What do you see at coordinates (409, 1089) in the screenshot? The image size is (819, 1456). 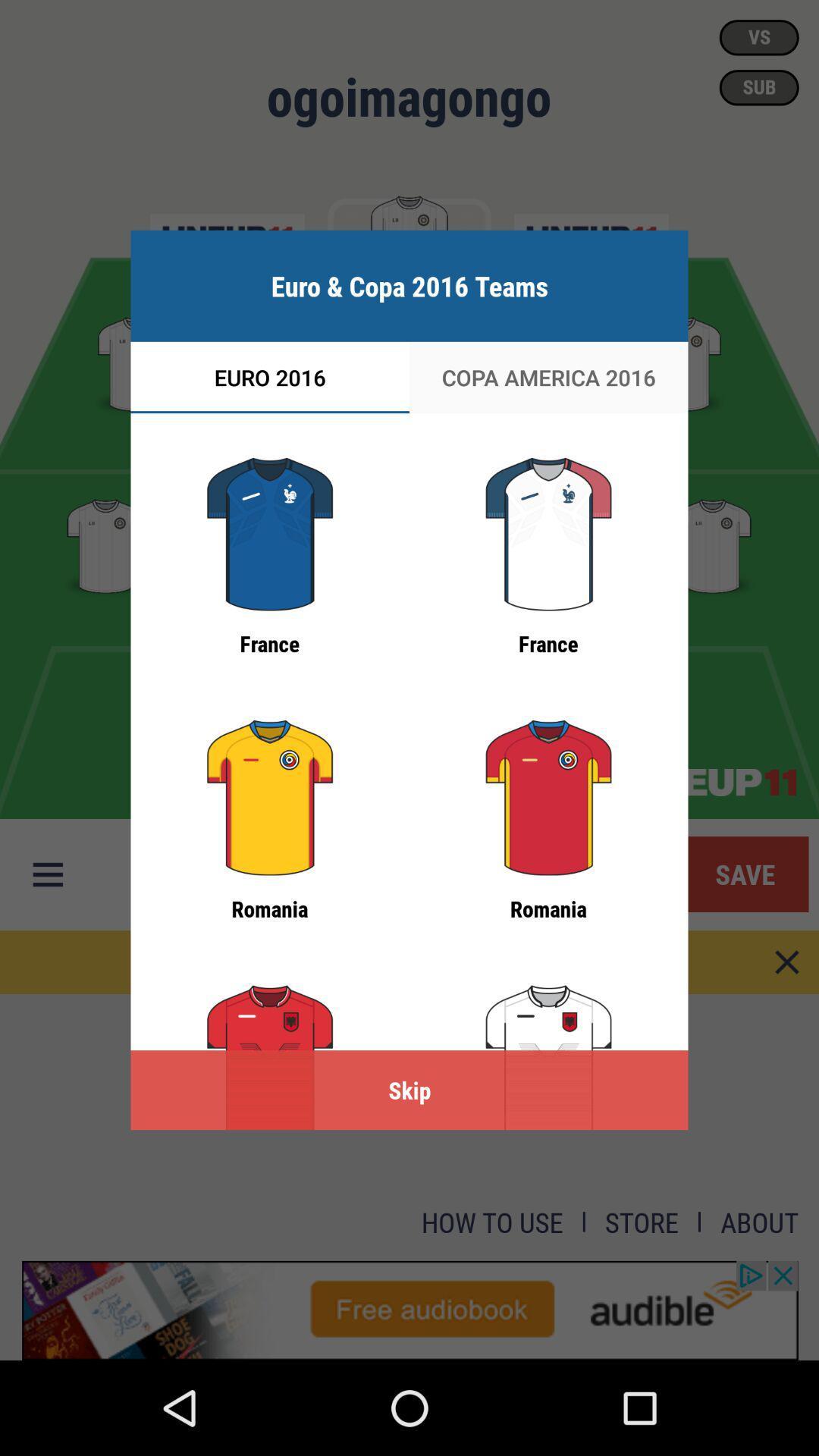 I see `item below the romania` at bounding box center [409, 1089].